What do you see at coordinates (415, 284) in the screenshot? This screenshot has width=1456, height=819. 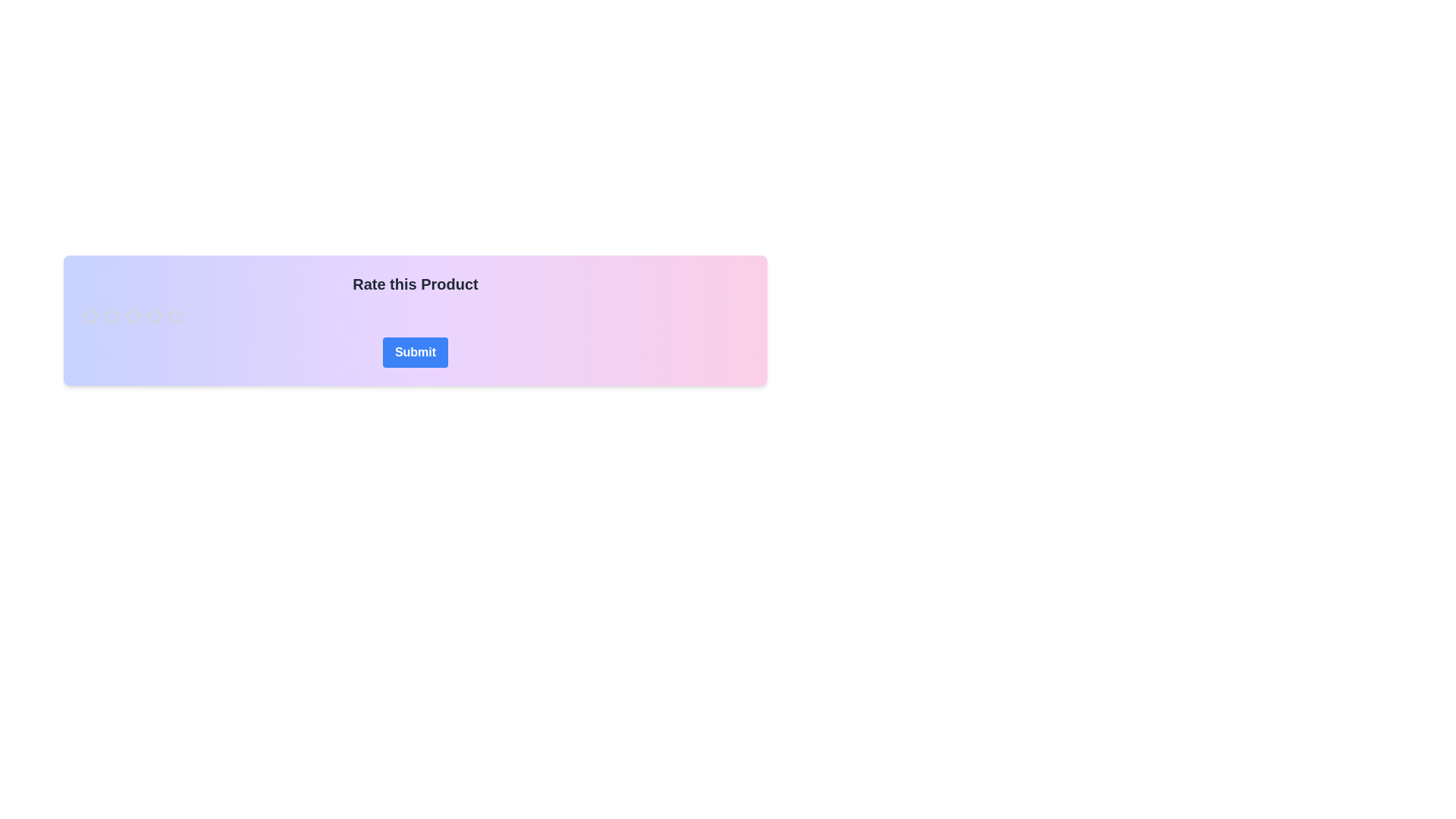 I see `the heading that guides the user to rate a product, positioned centrally above the star rating system` at bounding box center [415, 284].